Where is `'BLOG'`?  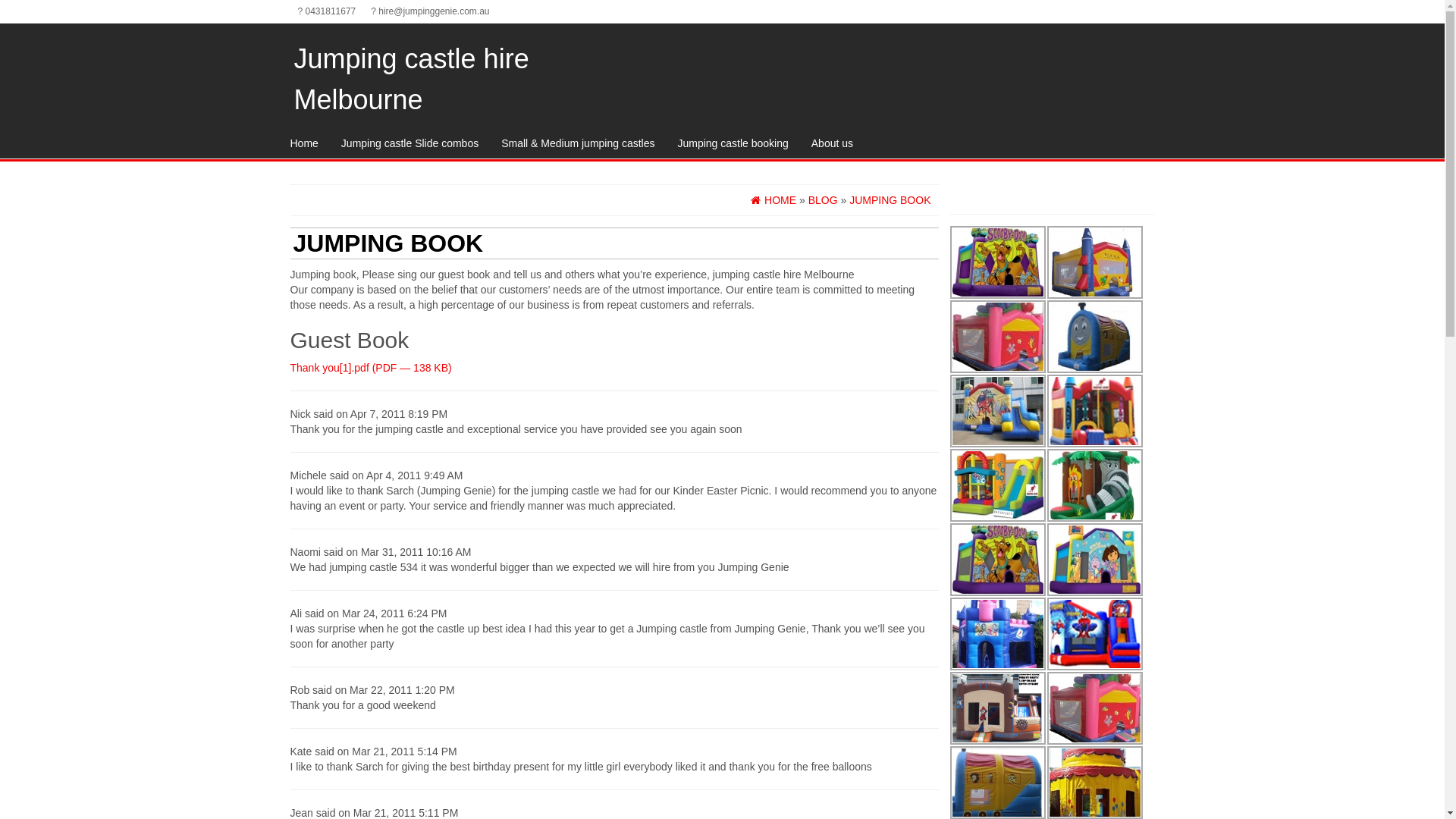
'BLOG' is located at coordinates (807, 199).